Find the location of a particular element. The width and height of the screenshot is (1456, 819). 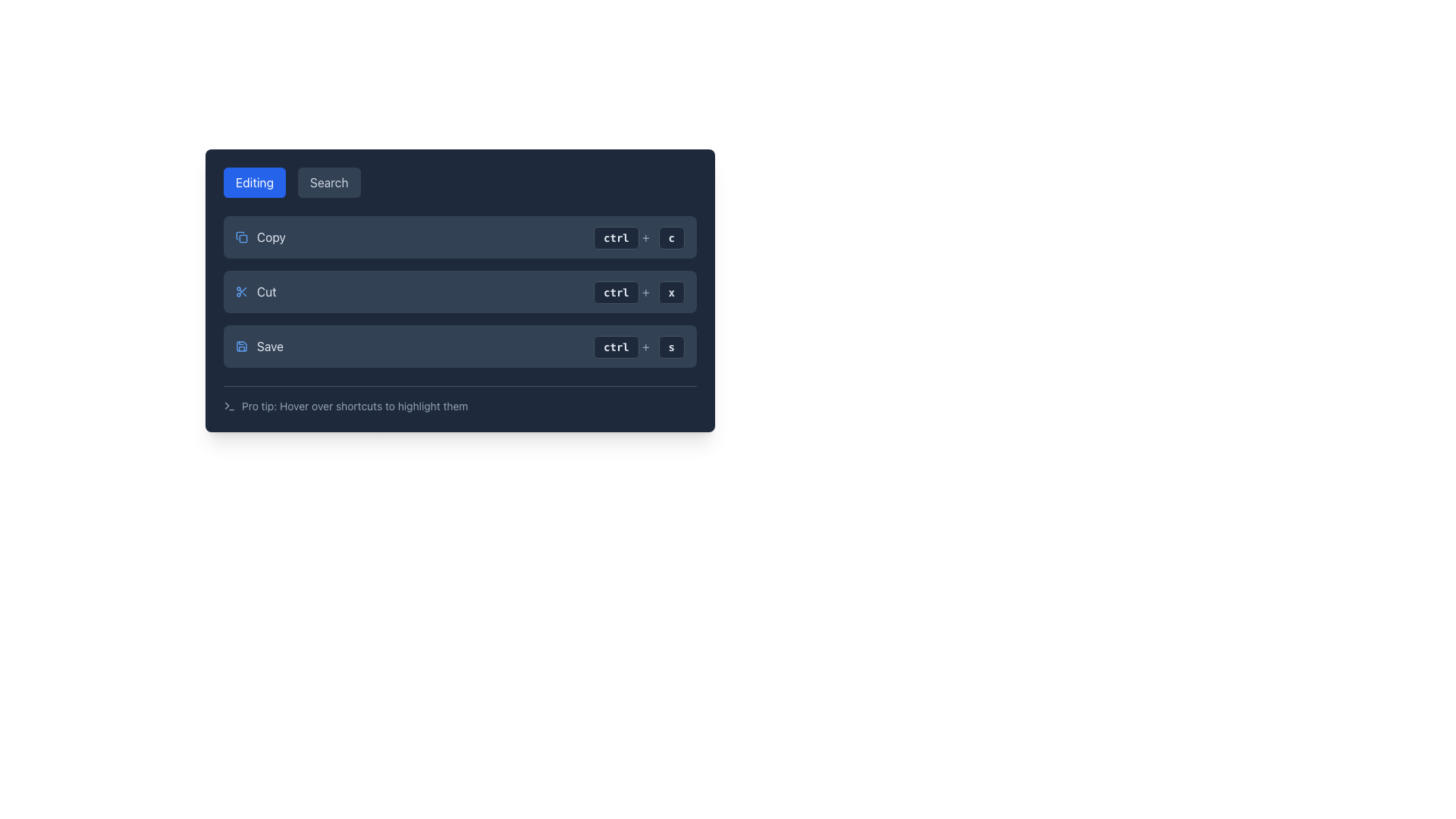

the save action indicator label with an associated icon, which is the third entry in the vertical list below 'Copy' and 'Cut' is located at coordinates (259, 346).